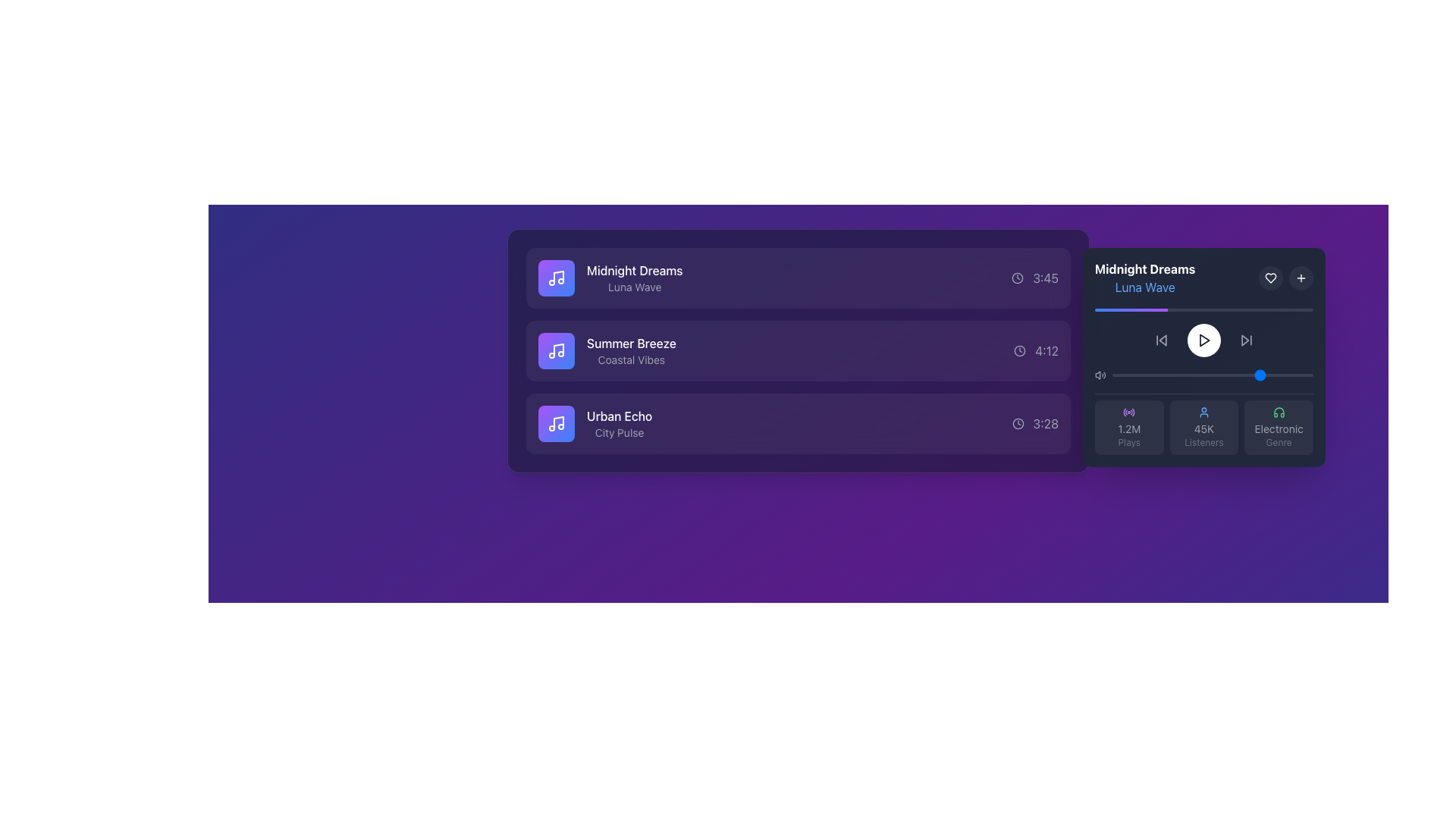 This screenshot has width=1456, height=819. What do you see at coordinates (1203, 424) in the screenshot?
I see `the Informational block displaying '45K' and 'Listeners' with a user silhouette icon, located in the grid layout at the bottom of the right panel` at bounding box center [1203, 424].